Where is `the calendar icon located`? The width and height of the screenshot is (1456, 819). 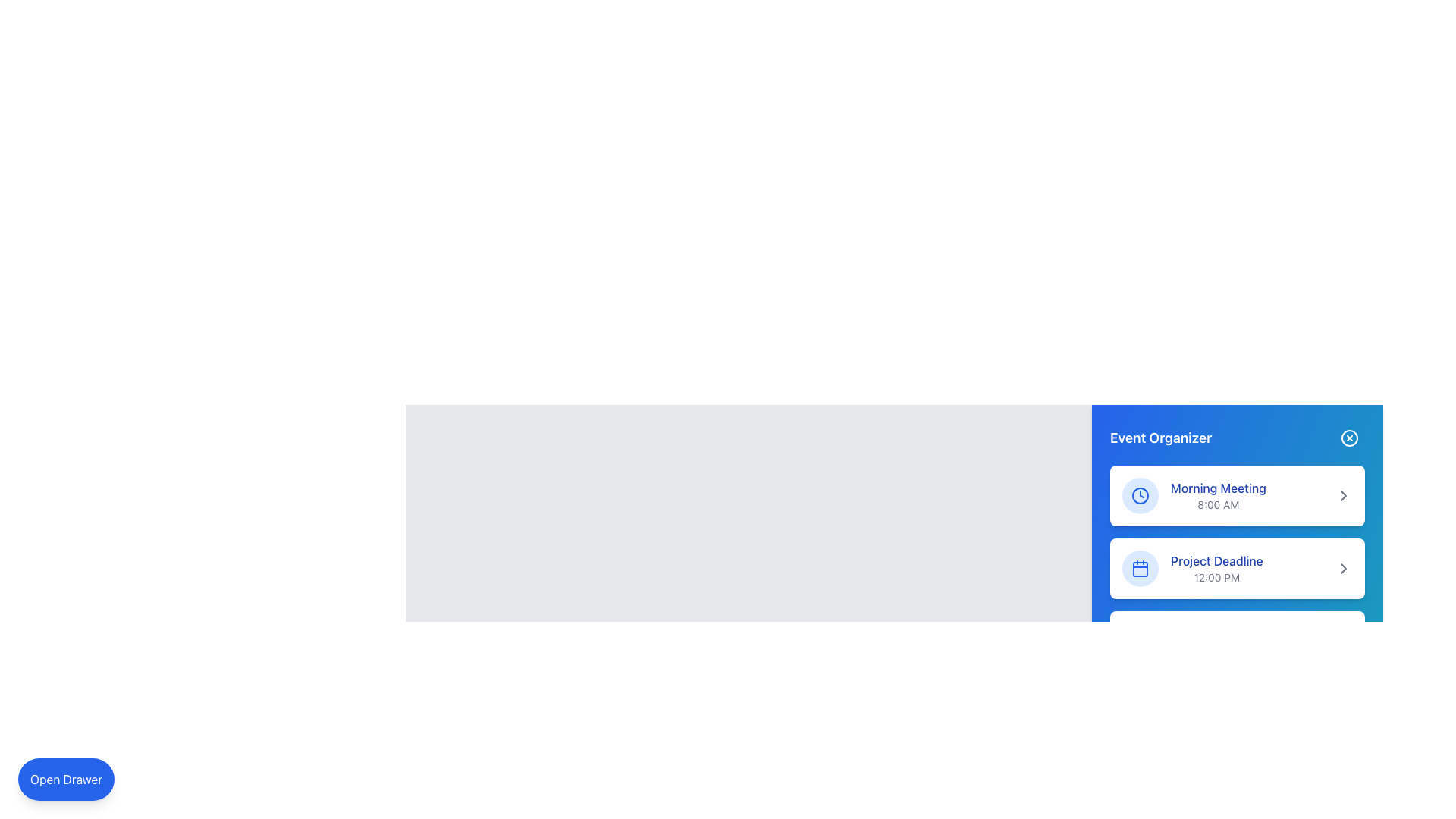 the calendar icon located is located at coordinates (1140, 570).